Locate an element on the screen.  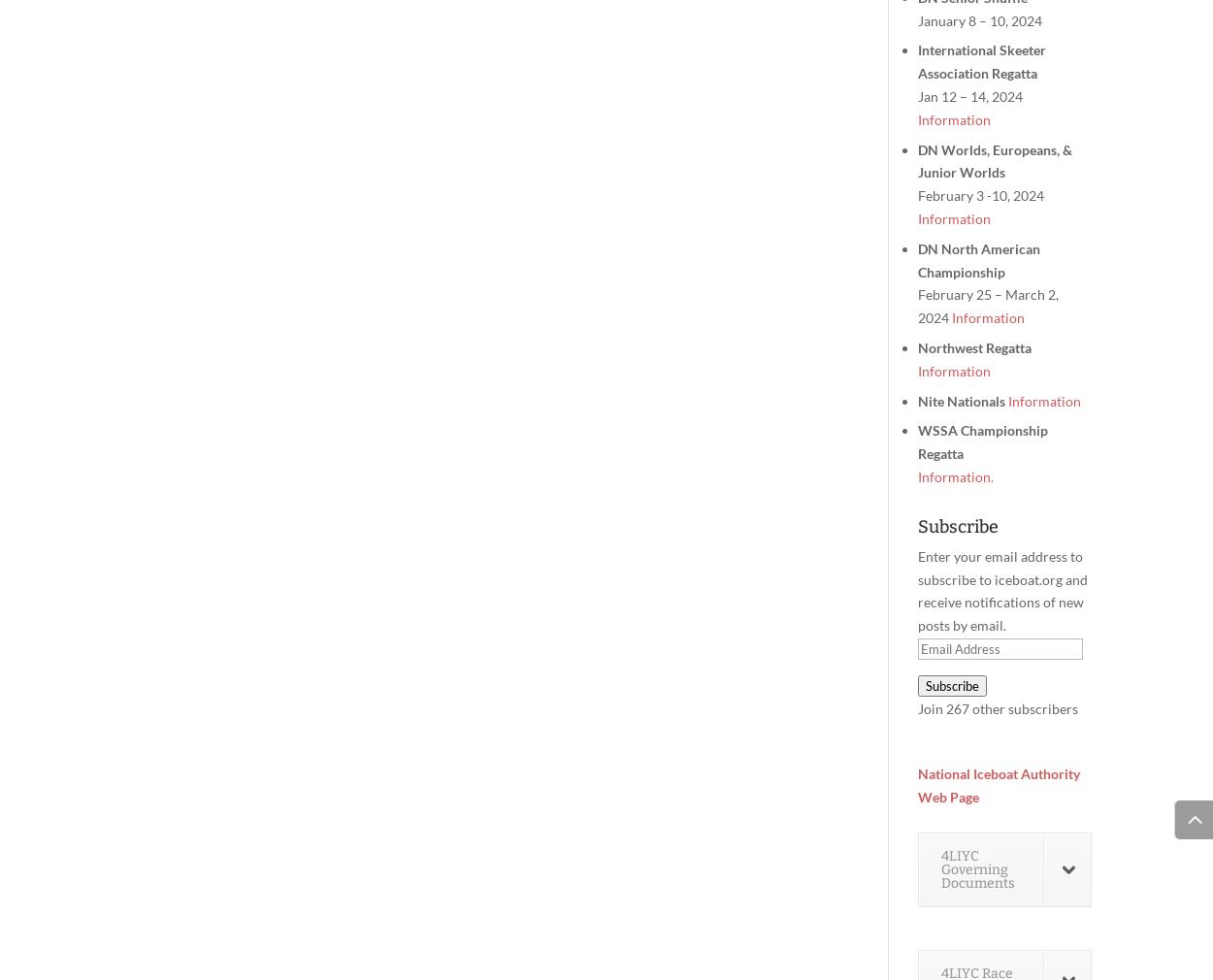
'International Skeeter Association Regatta' is located at coordinates (982, 60).